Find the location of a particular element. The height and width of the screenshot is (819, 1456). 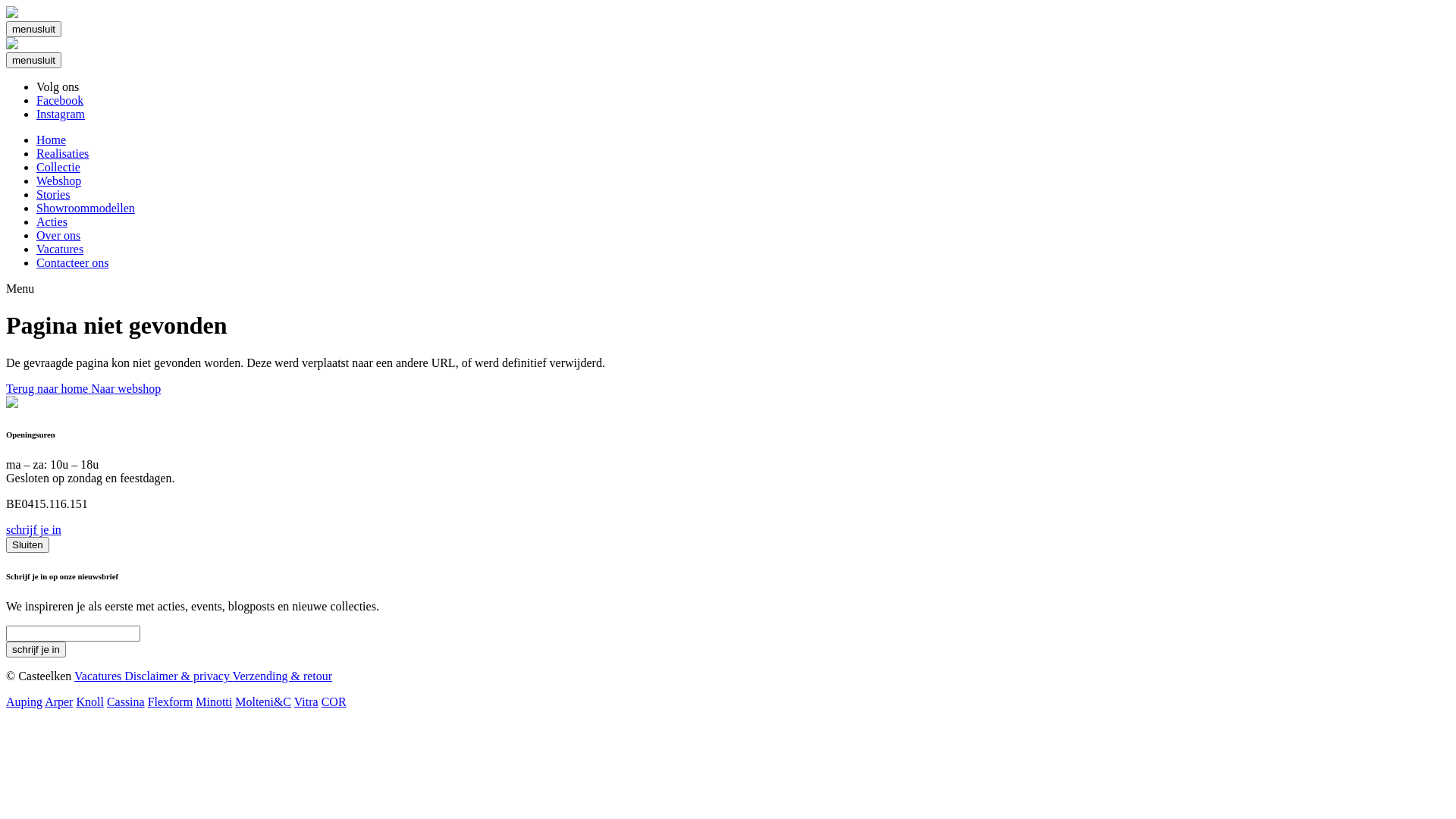

'Flexform' is located at coordinates (148, 701).